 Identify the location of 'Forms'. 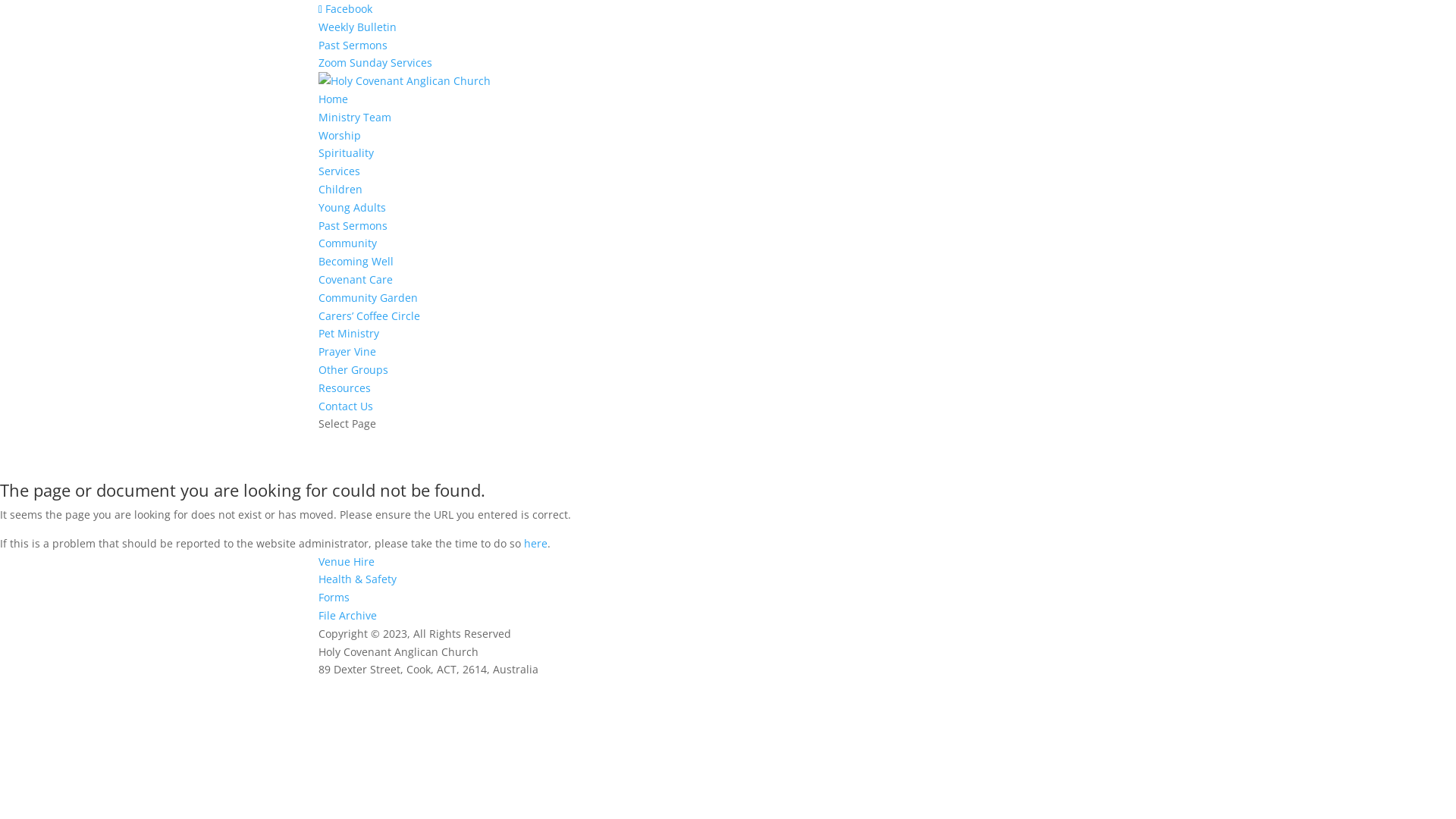
(333, 596).